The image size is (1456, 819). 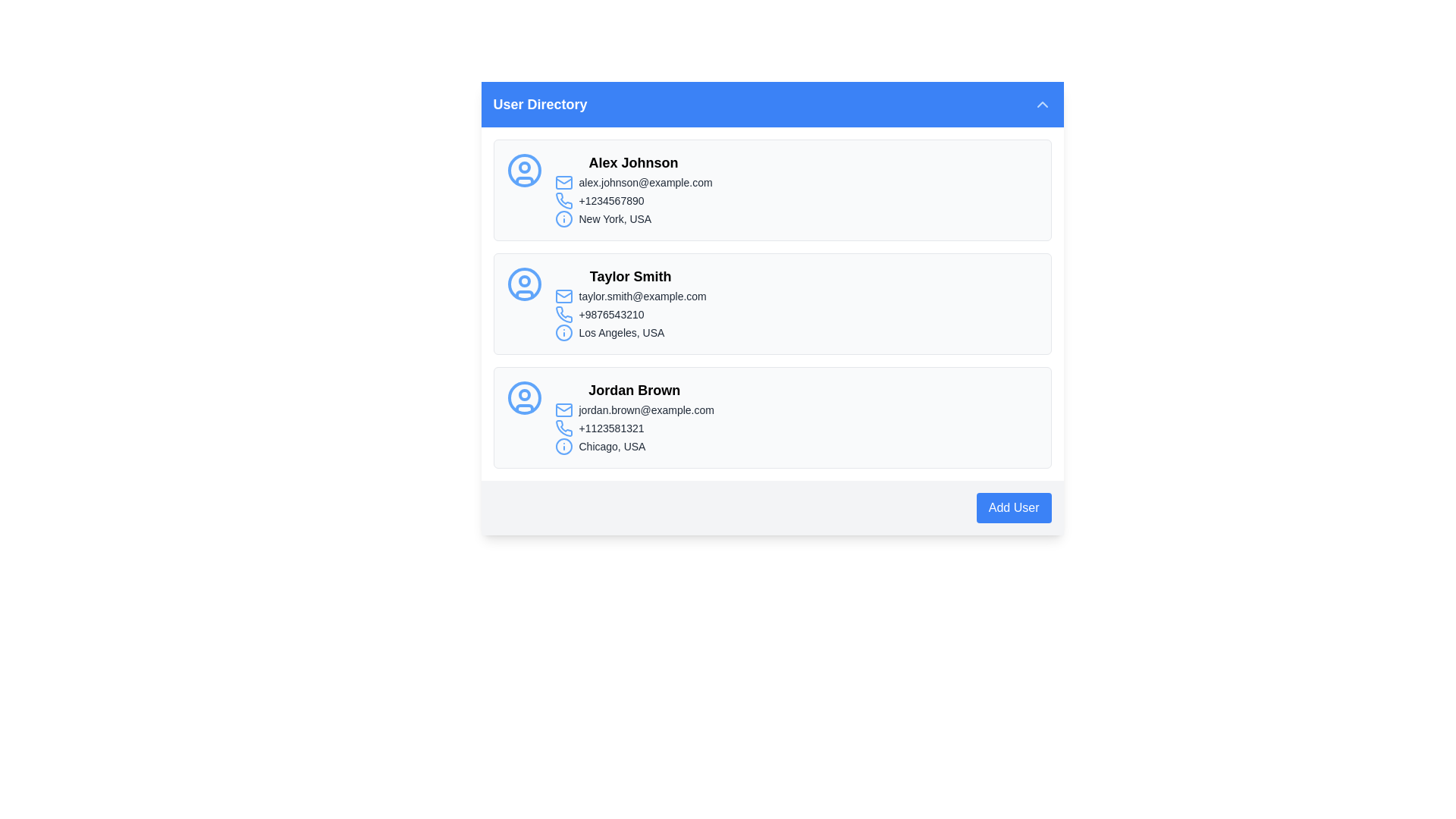 I want to click on the phone icon with a blue outline located next to the phone number '+1234567890' in the first user's section of the list, so click(x=563, y=199).